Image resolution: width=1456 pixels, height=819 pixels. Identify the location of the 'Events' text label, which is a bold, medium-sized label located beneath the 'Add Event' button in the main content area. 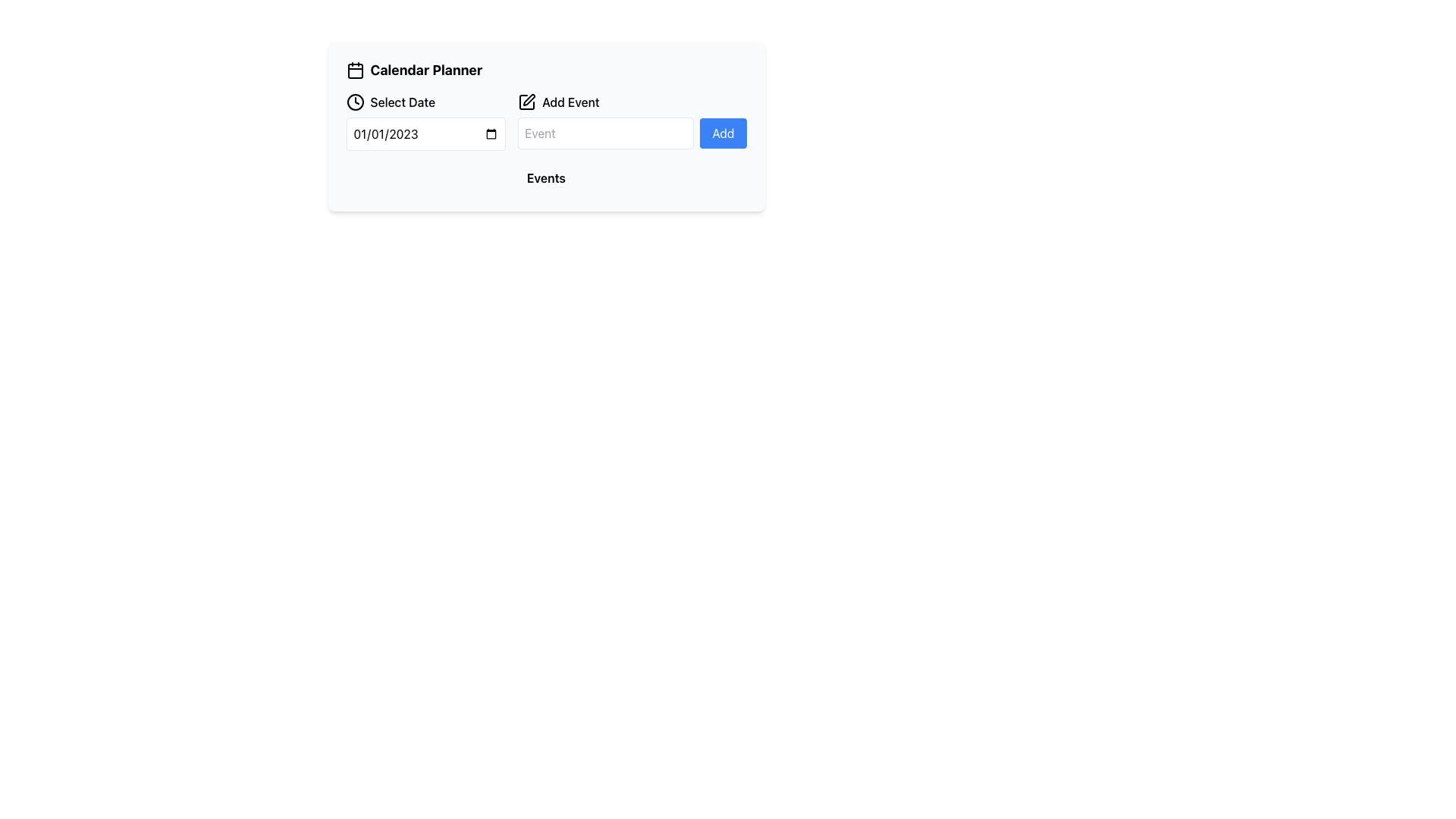
(546, 177).